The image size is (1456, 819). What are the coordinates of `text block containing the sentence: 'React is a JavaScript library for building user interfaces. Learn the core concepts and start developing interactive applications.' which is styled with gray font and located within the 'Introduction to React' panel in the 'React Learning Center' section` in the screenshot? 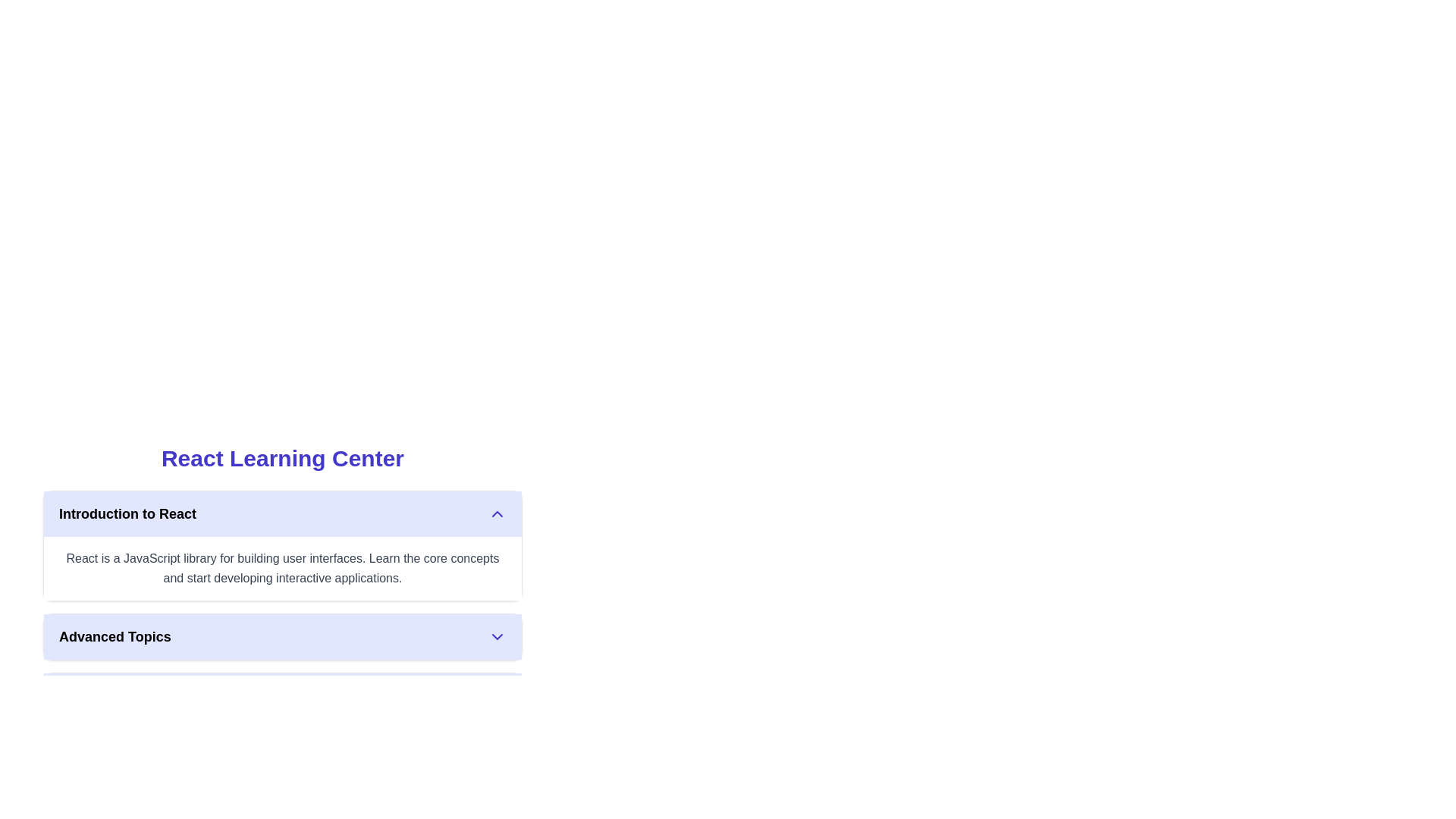 It's located at (283, 568).